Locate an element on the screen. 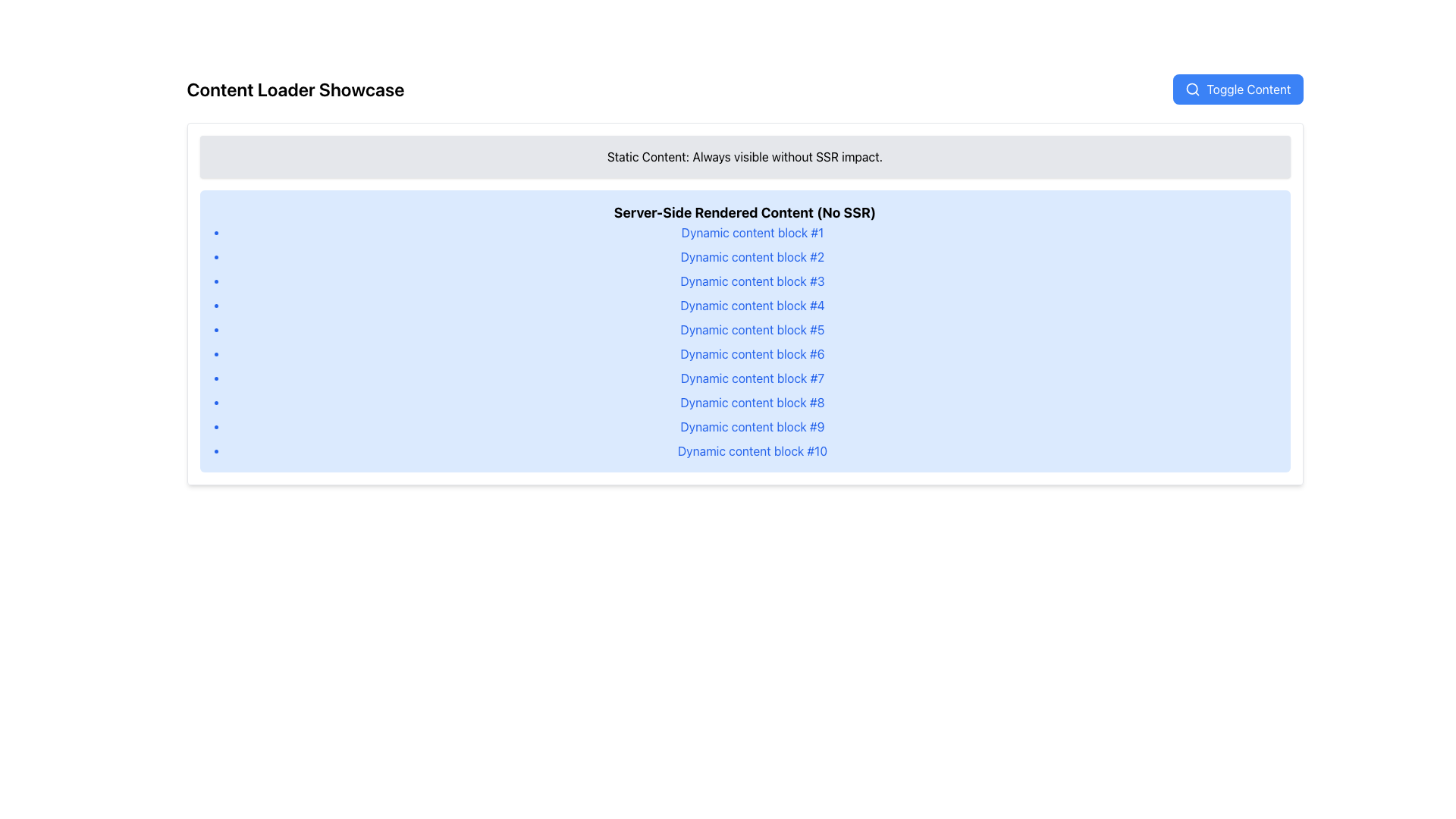 Image resolution: width=1456 pixels, height=819 pixels. the text label displaying 'Dynamic content block #2', which is styled in blue font and is the second item in a vertically-listed group of similar labels is located at coordinates (752, 256).